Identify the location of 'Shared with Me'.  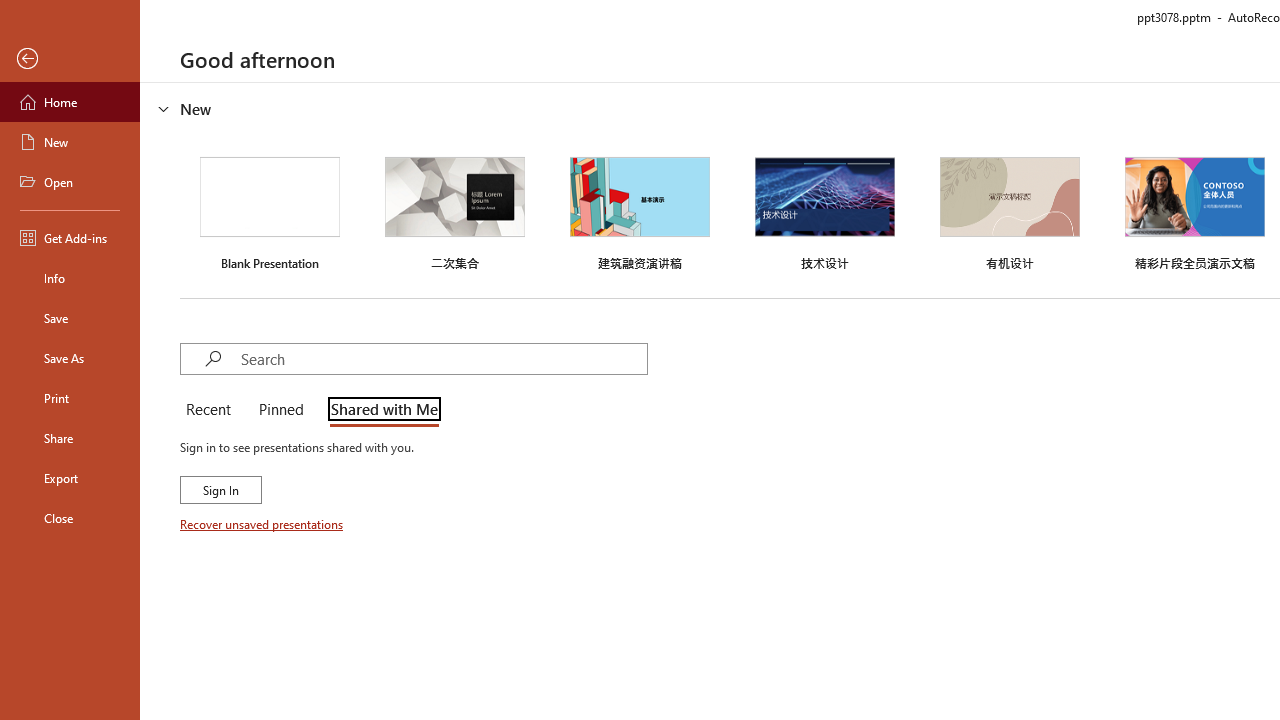
(380, 410).